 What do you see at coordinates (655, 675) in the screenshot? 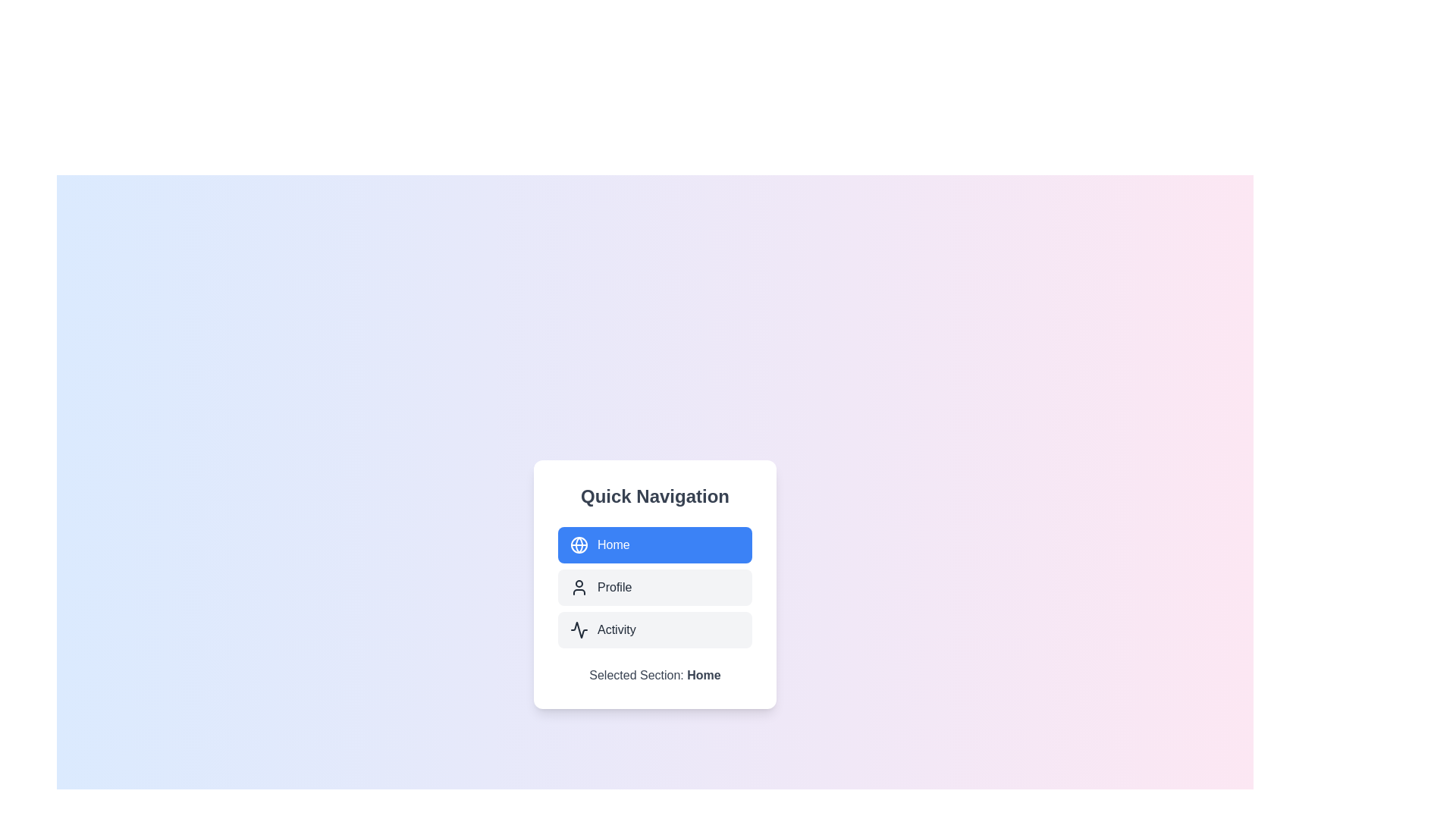
I see `the text label that reads 'Selected Section: Home', which is centrally aligned within the 'Quick Navigation' panel and located beneath the buttons labeled 'Home', 'Profile', and 'Activity'` at bounding box center [655, 675].